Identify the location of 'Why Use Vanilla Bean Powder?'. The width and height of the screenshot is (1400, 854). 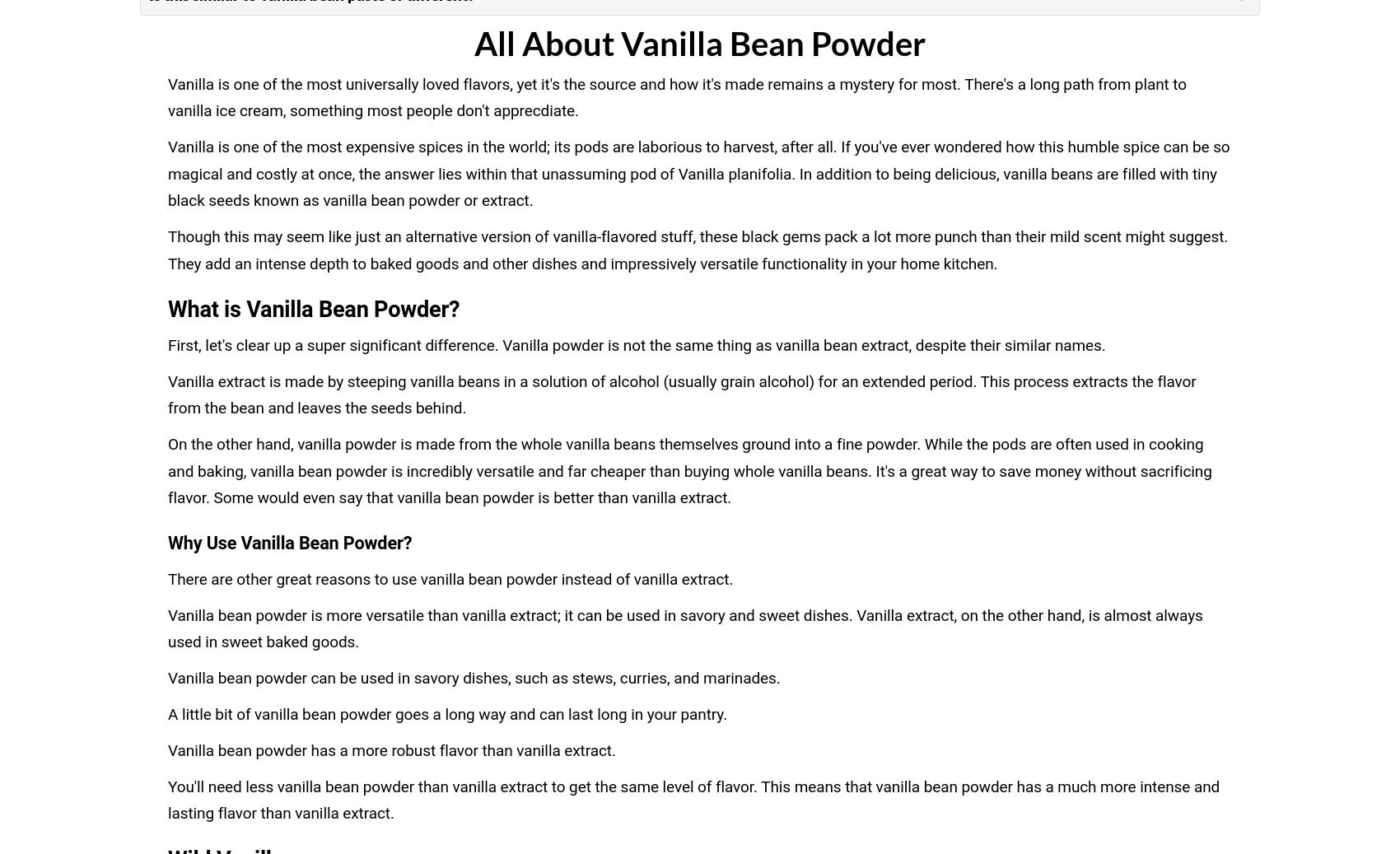
(289, 542).